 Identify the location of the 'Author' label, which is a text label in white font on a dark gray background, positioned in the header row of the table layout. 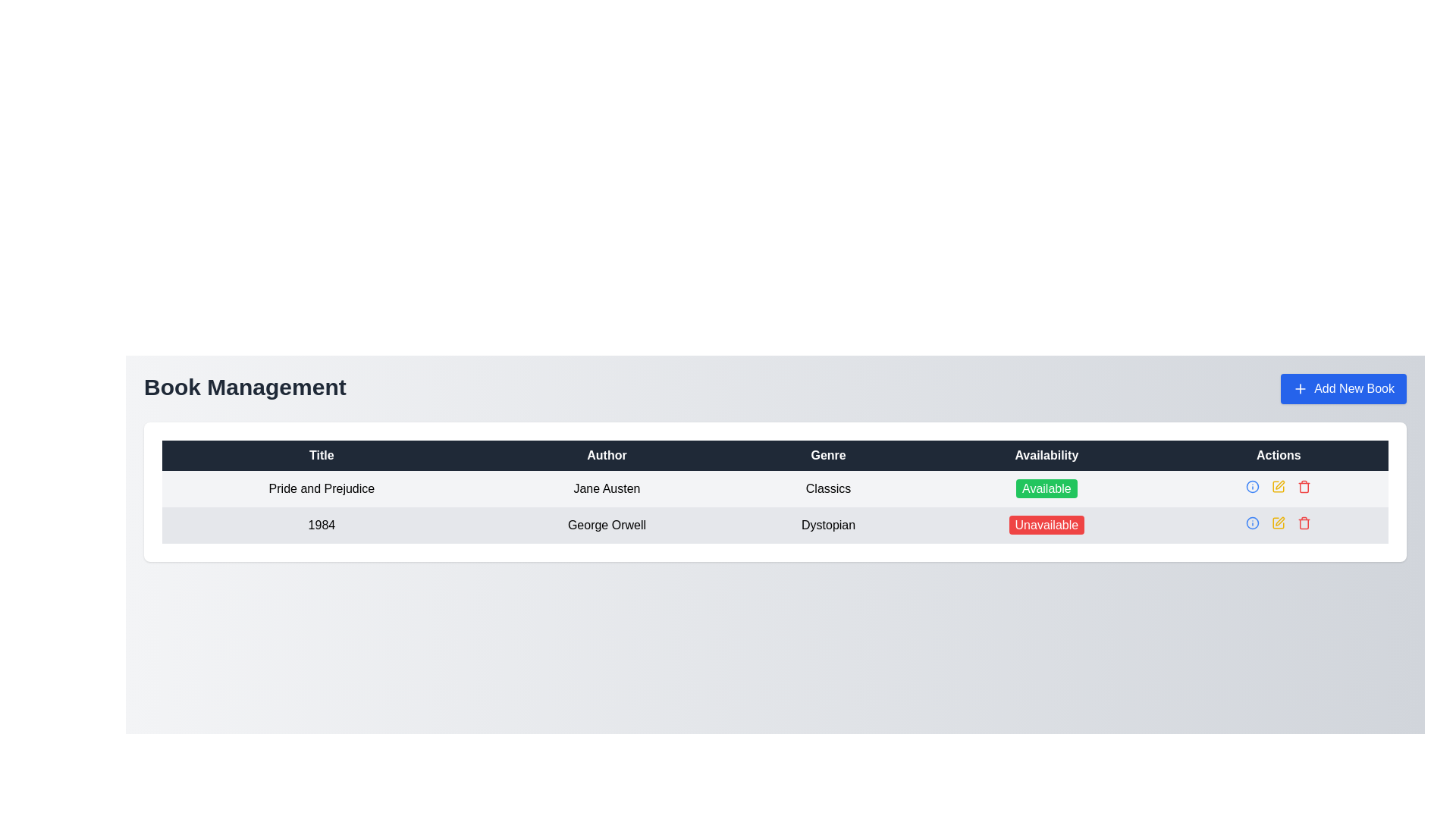
(607, 455).